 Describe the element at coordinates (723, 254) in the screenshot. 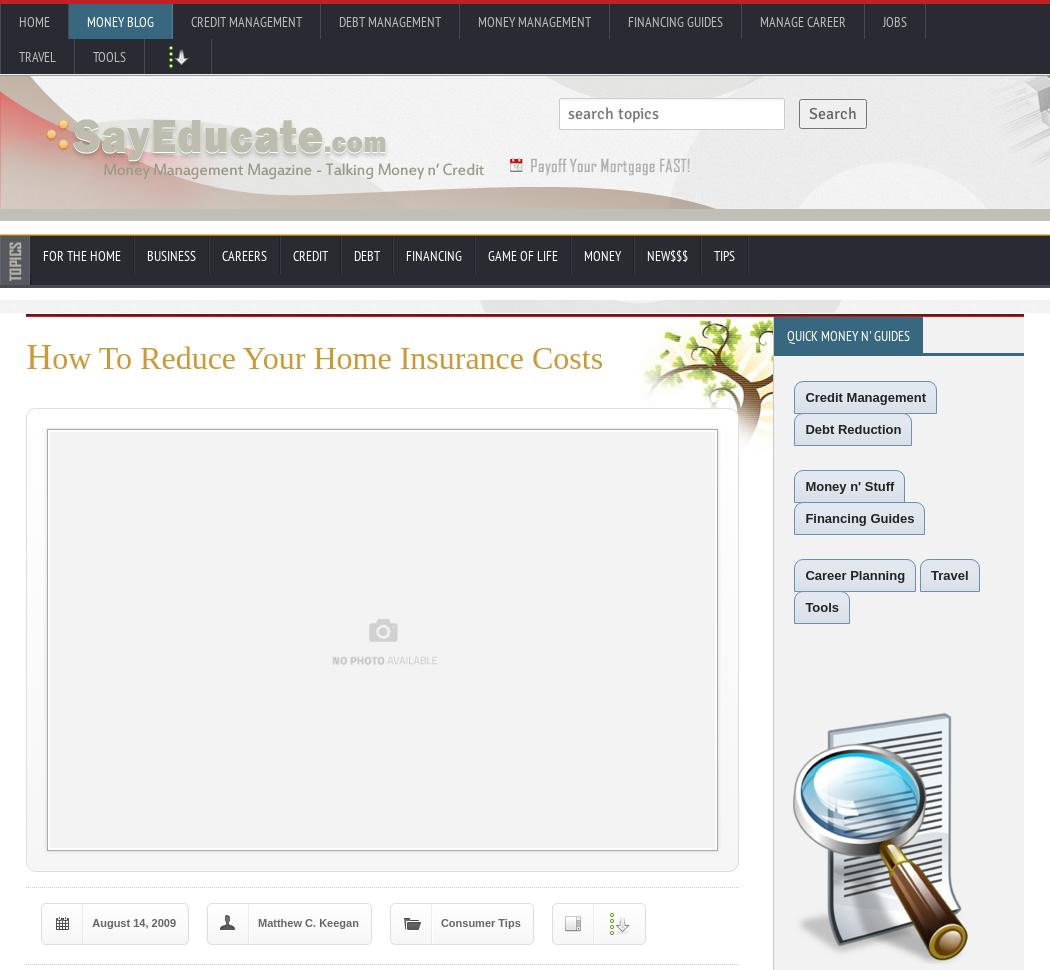

I see `'Tips'` at that location.